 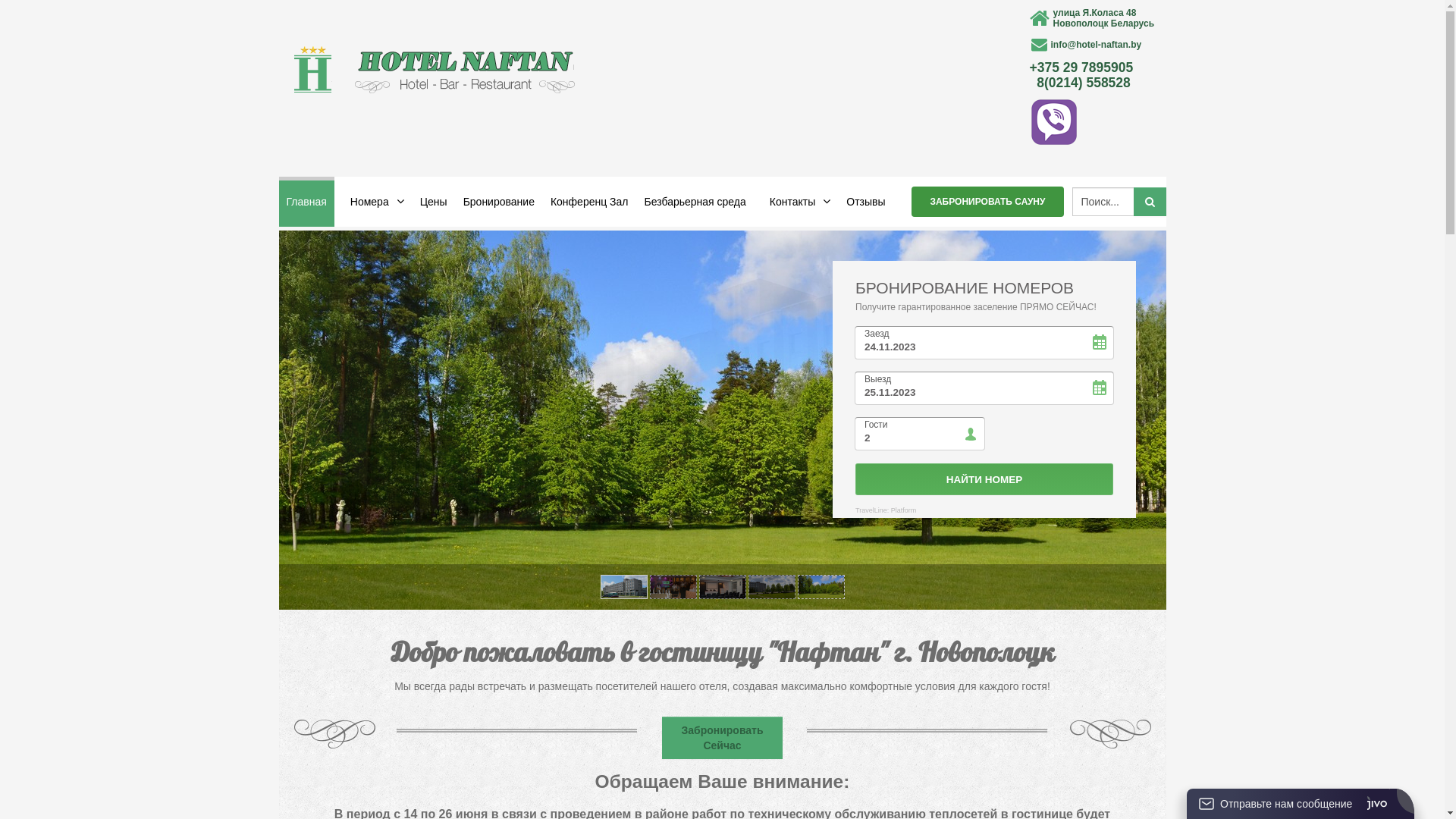 What do you see at coordinates (1030, 66) in the screenshot?
I see `'+375 29 7895905'` at bounding box center [1030, 66].